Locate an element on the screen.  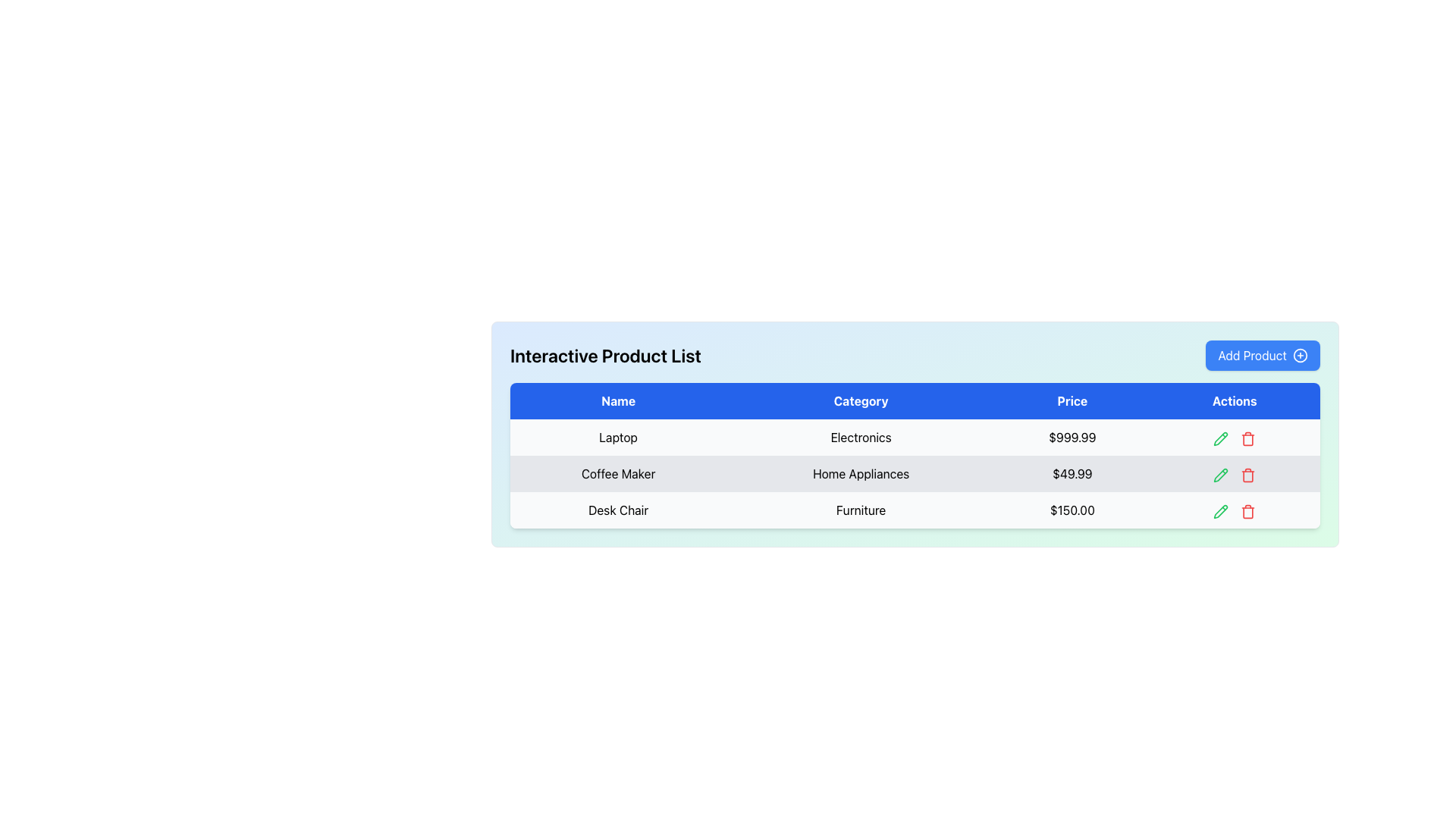
the price display element showing '$999.99' in the first row of the table under the 'Price' column is located at coordinates (1072, 438).